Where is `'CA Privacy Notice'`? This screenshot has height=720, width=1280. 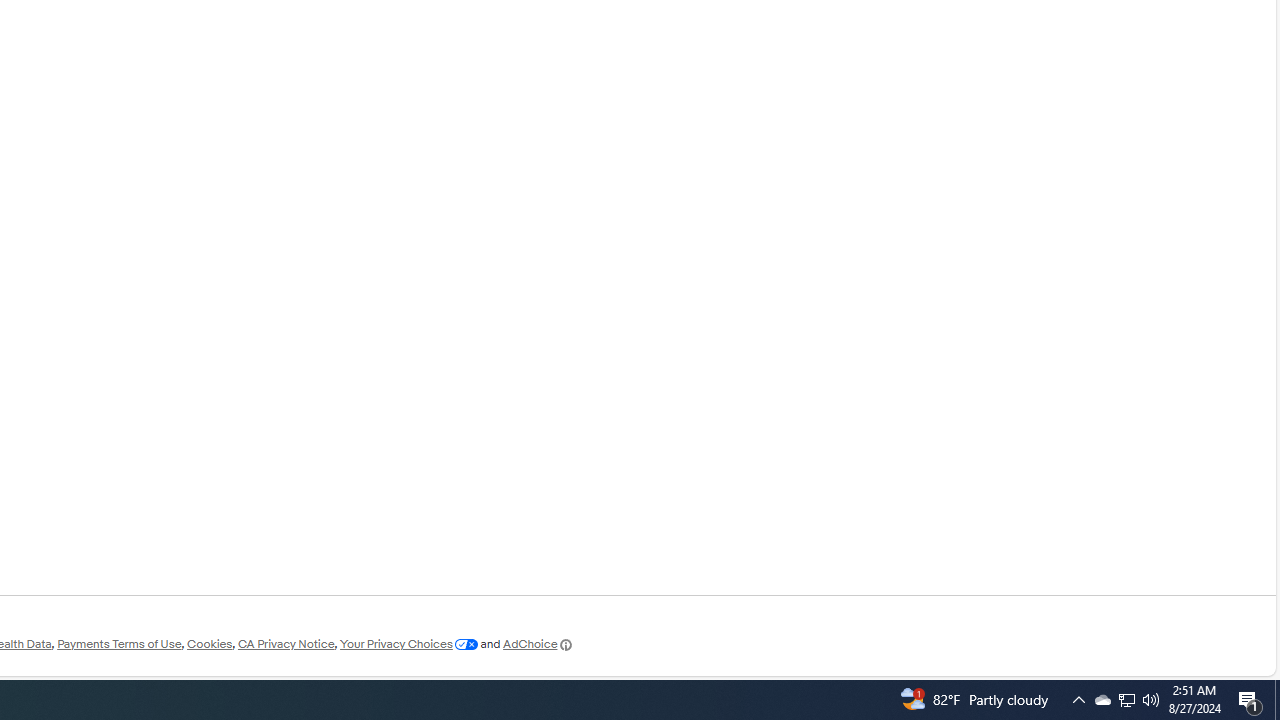
'CA Privacy Notice' is located at coordinates (285, 644).